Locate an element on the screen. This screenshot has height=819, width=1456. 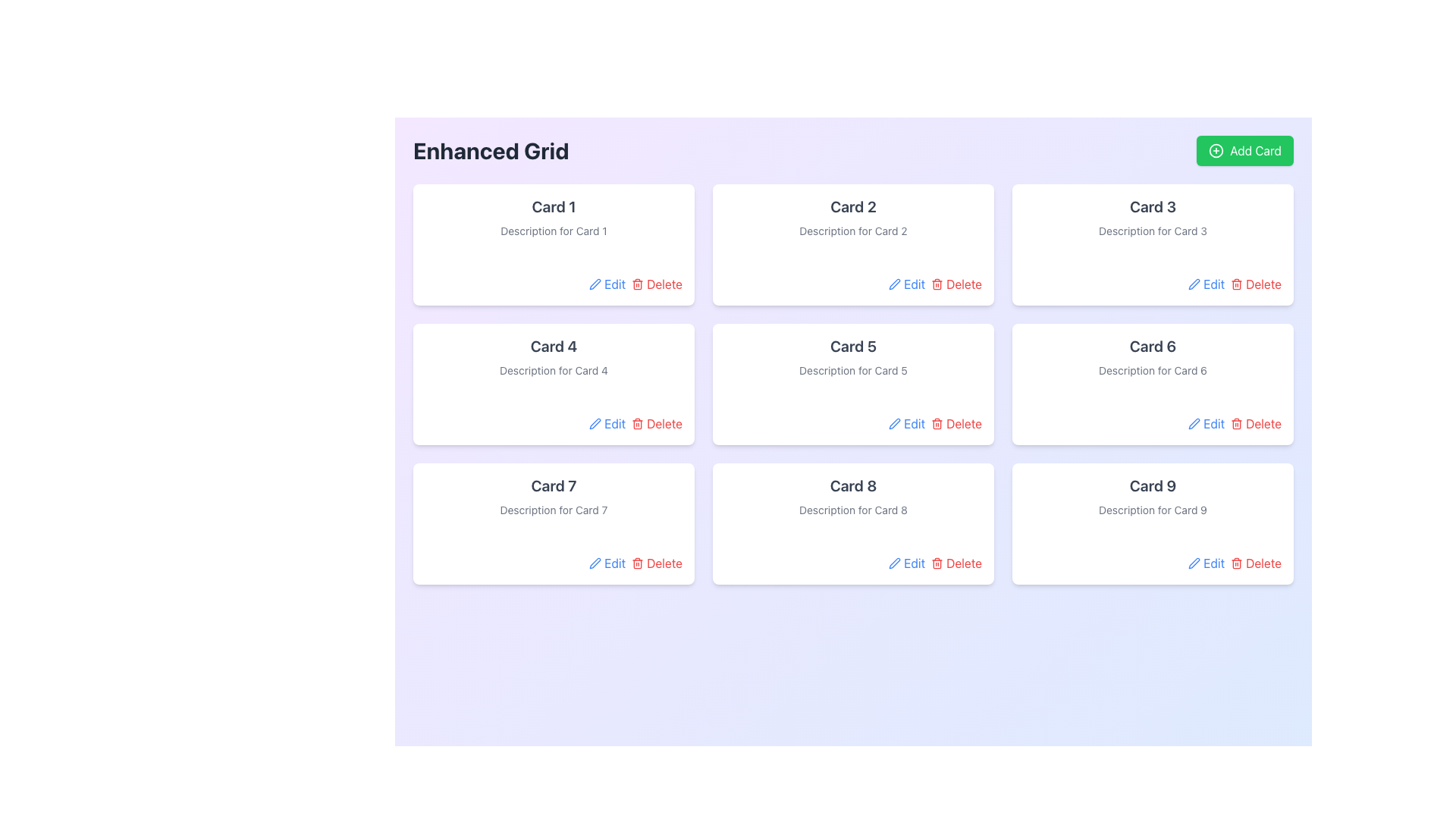
the decorative icon indicating the 'Edit' functionality next to the 'Edit' text under 'Card 4' in the grid layout is located at coordinates (595, 424).